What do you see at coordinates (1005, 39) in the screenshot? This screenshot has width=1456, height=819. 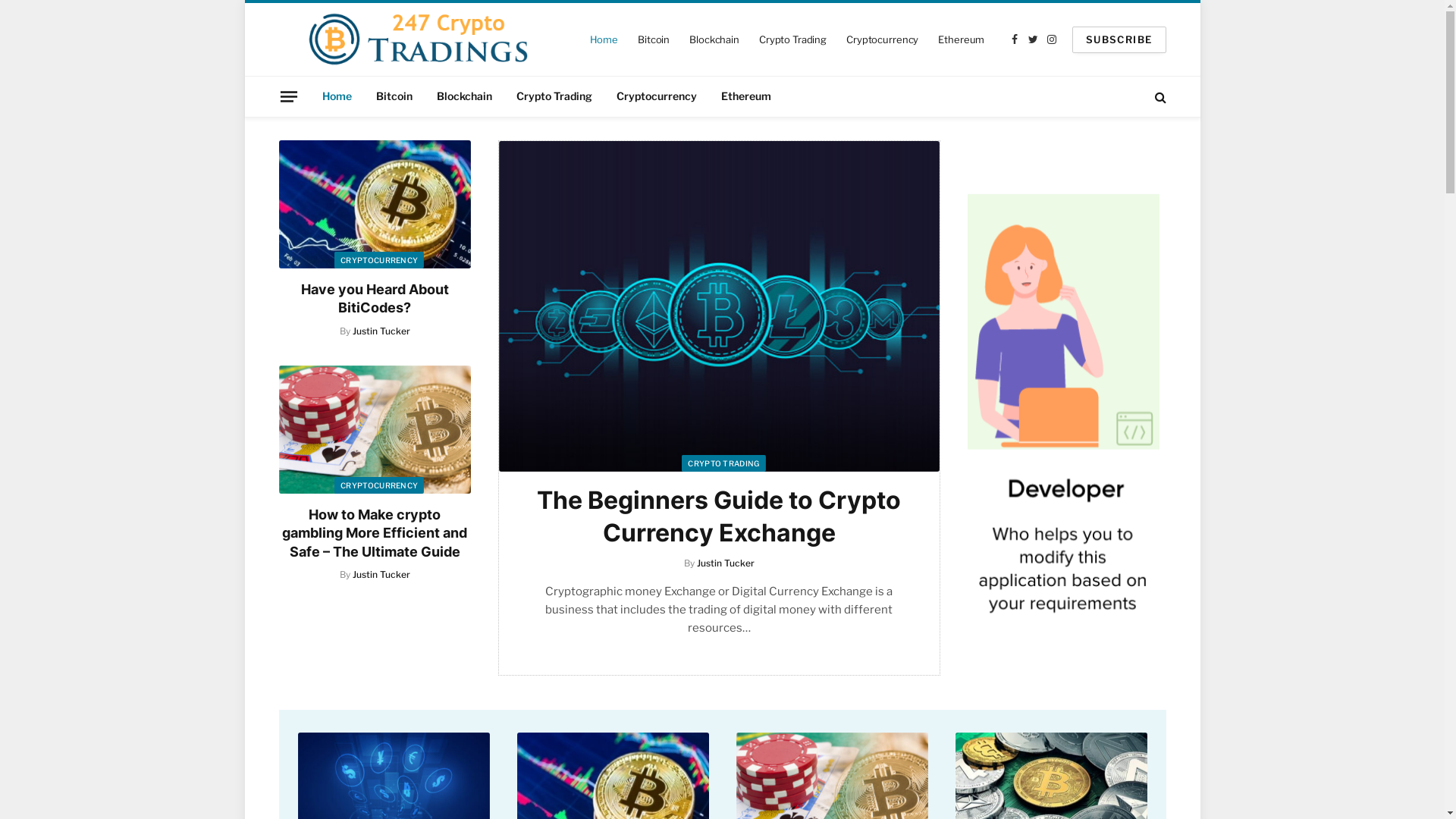 I see `'Facebook'` at bounding box center [1005, 39].